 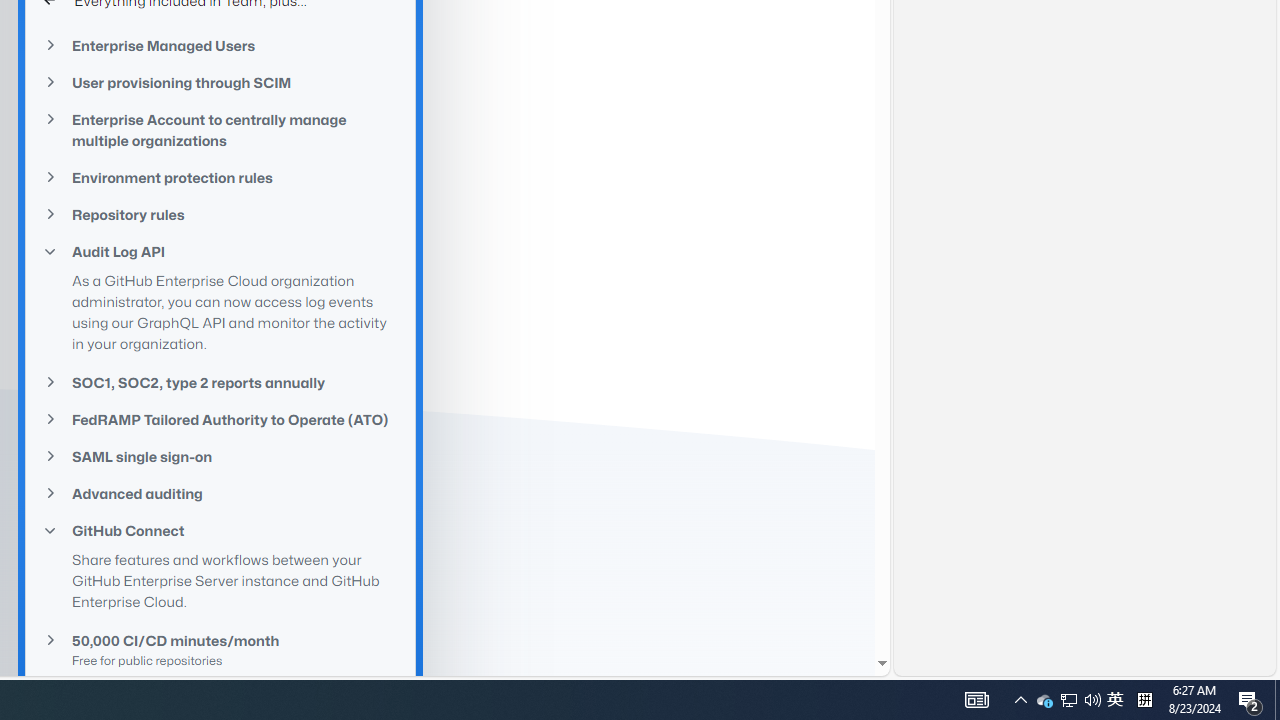 What do you see at coordinates (220, 250) in the screenshot?
I see `'Audit Log API'` at bounding box center [220, 250].